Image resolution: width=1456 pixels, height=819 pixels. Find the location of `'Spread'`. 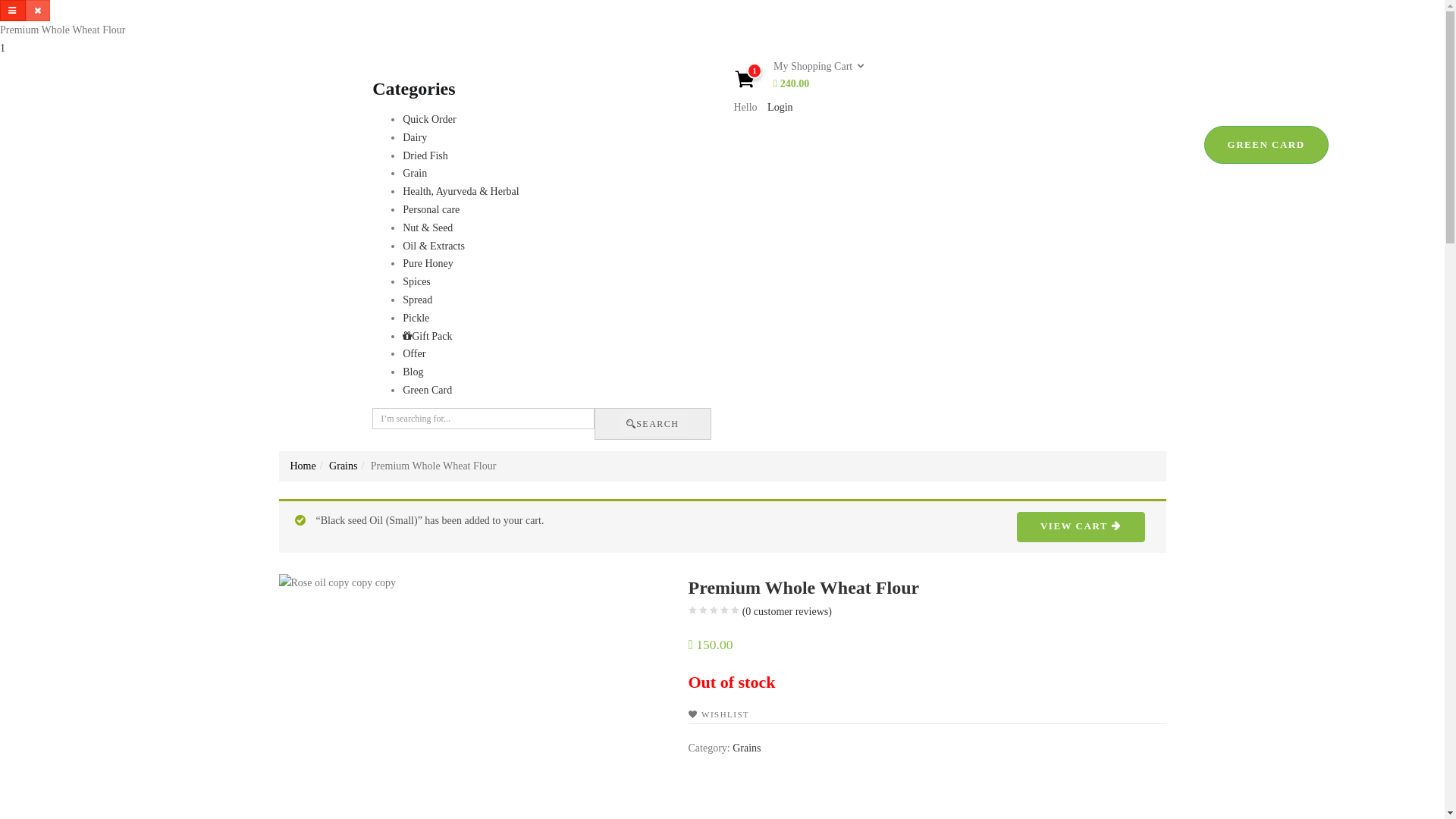

'Spread' is located at coordinates (417, 300).